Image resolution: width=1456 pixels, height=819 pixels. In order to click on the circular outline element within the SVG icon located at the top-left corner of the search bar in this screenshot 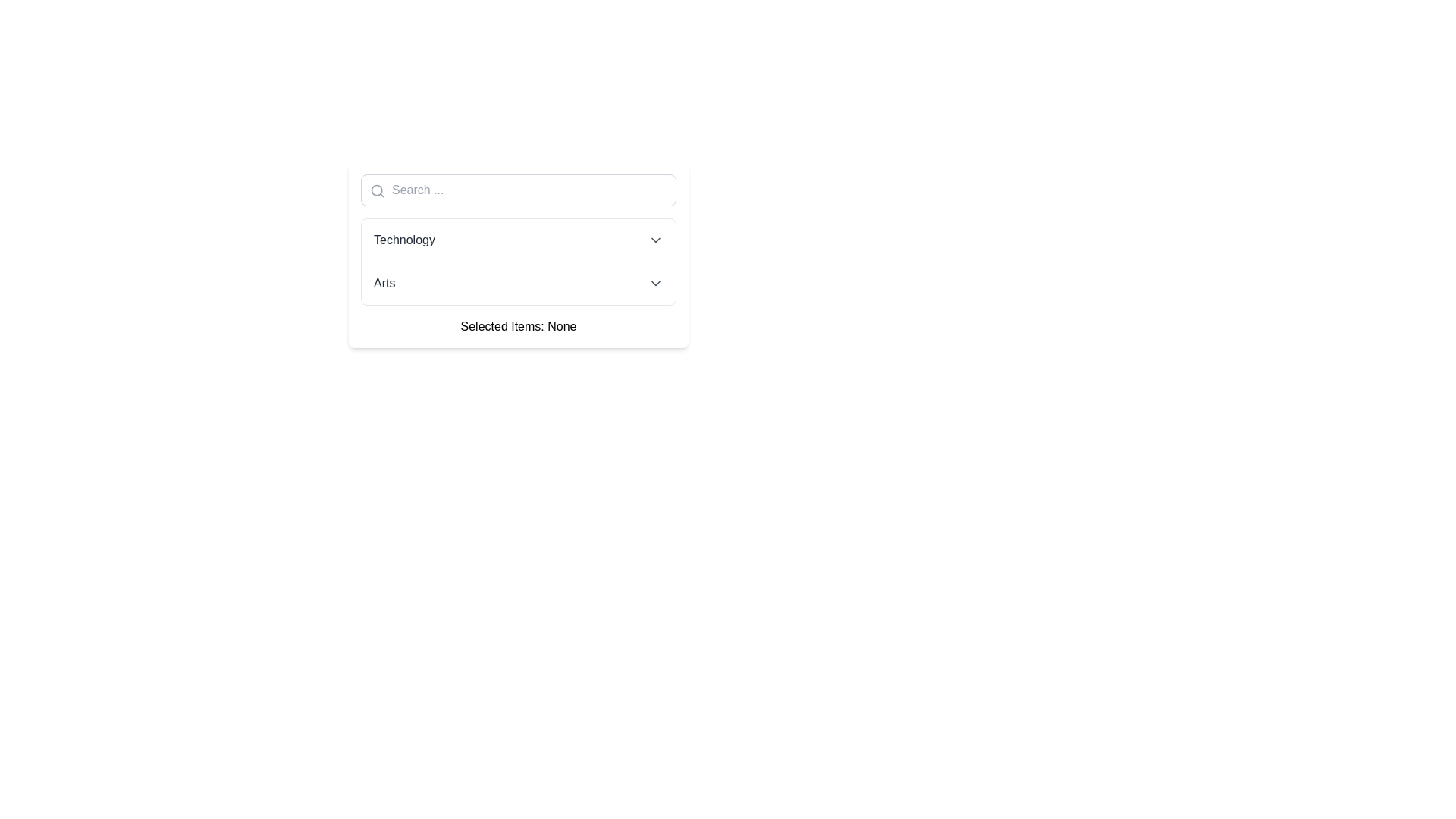, I will do `click(377, 190)`.